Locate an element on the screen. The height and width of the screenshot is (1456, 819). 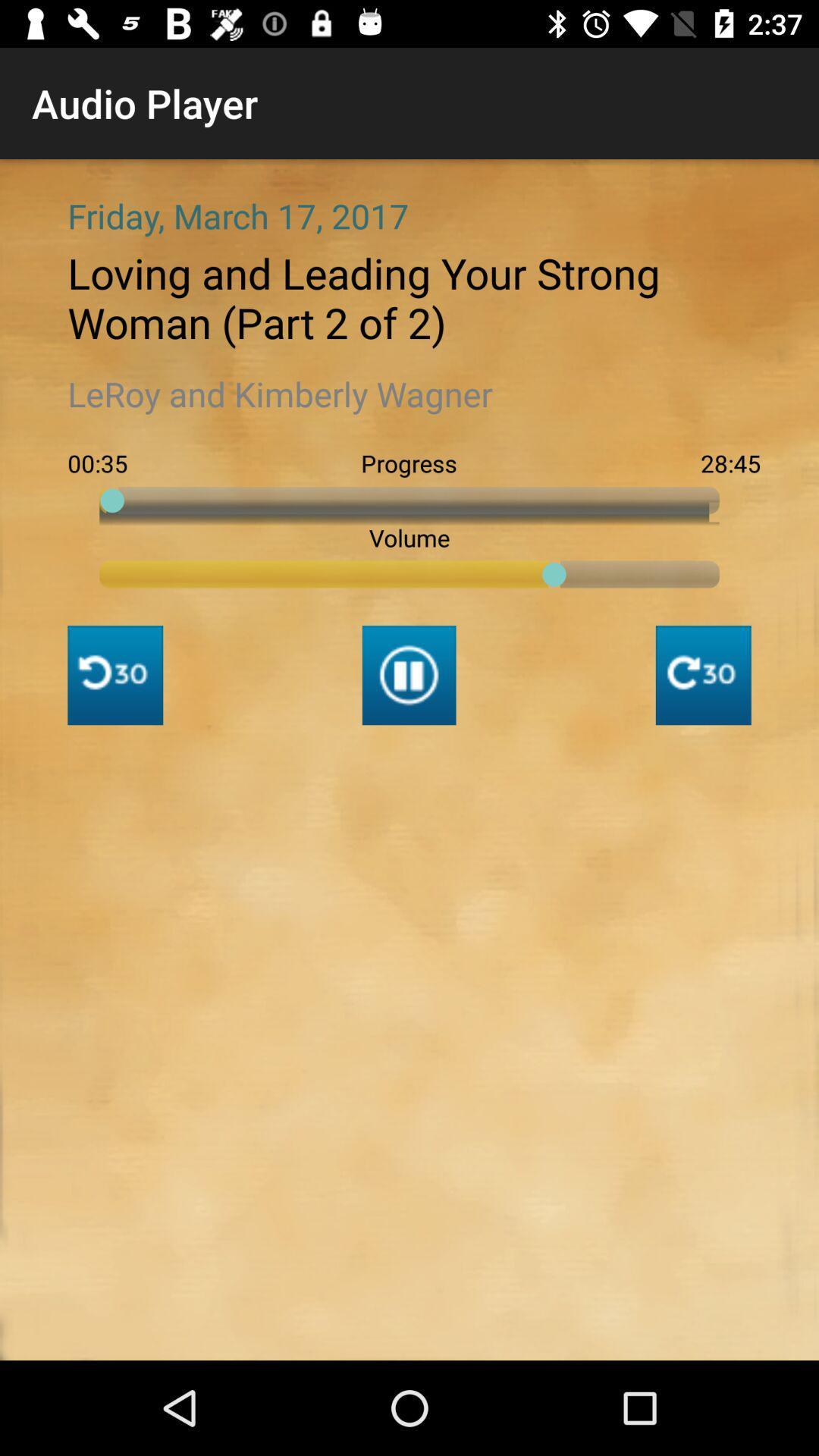
the refresh icon is located at coordinates (703, 674).